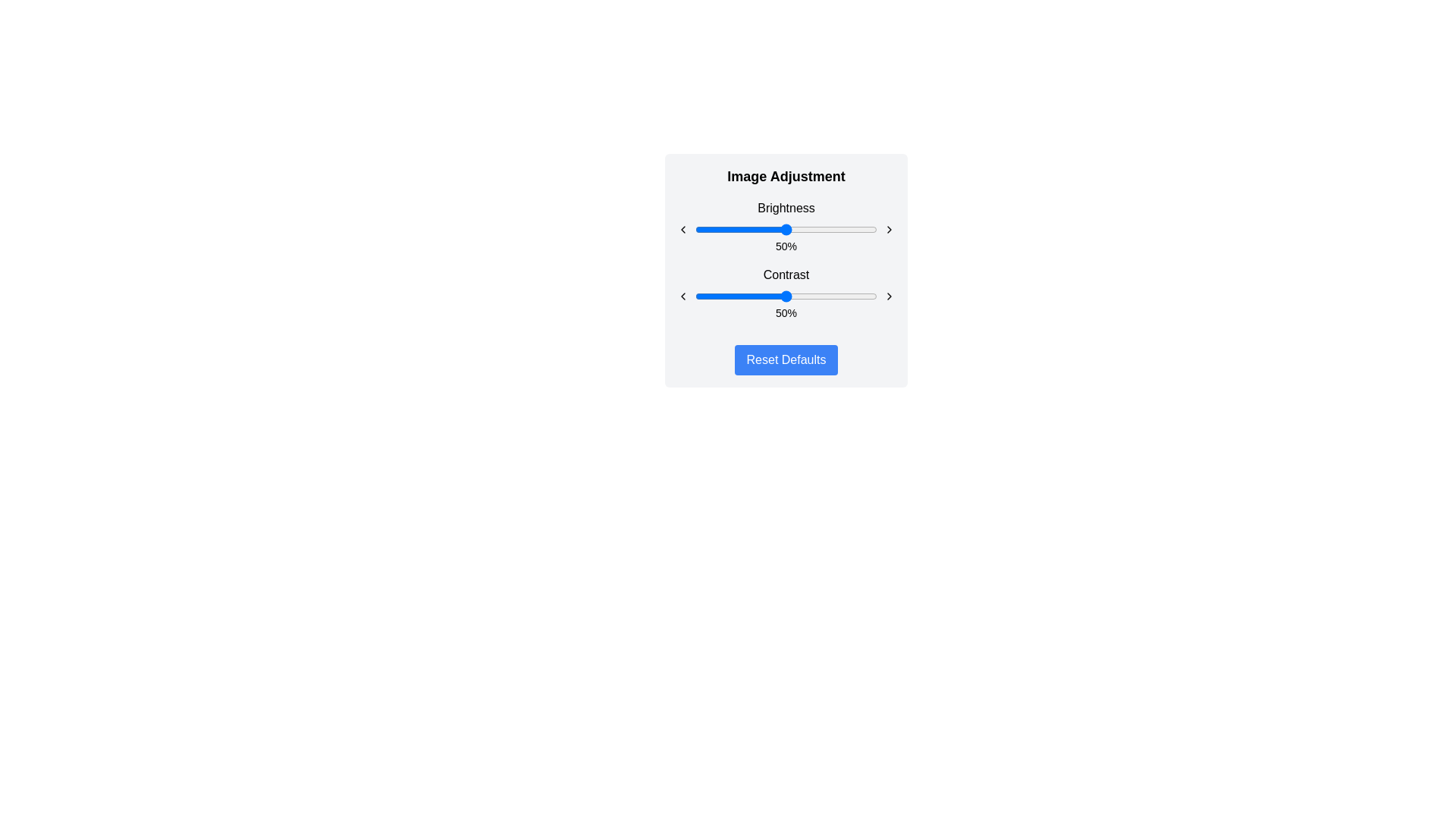 The image size is (1456, 819). I want to click on brightness, so click(767, 230).